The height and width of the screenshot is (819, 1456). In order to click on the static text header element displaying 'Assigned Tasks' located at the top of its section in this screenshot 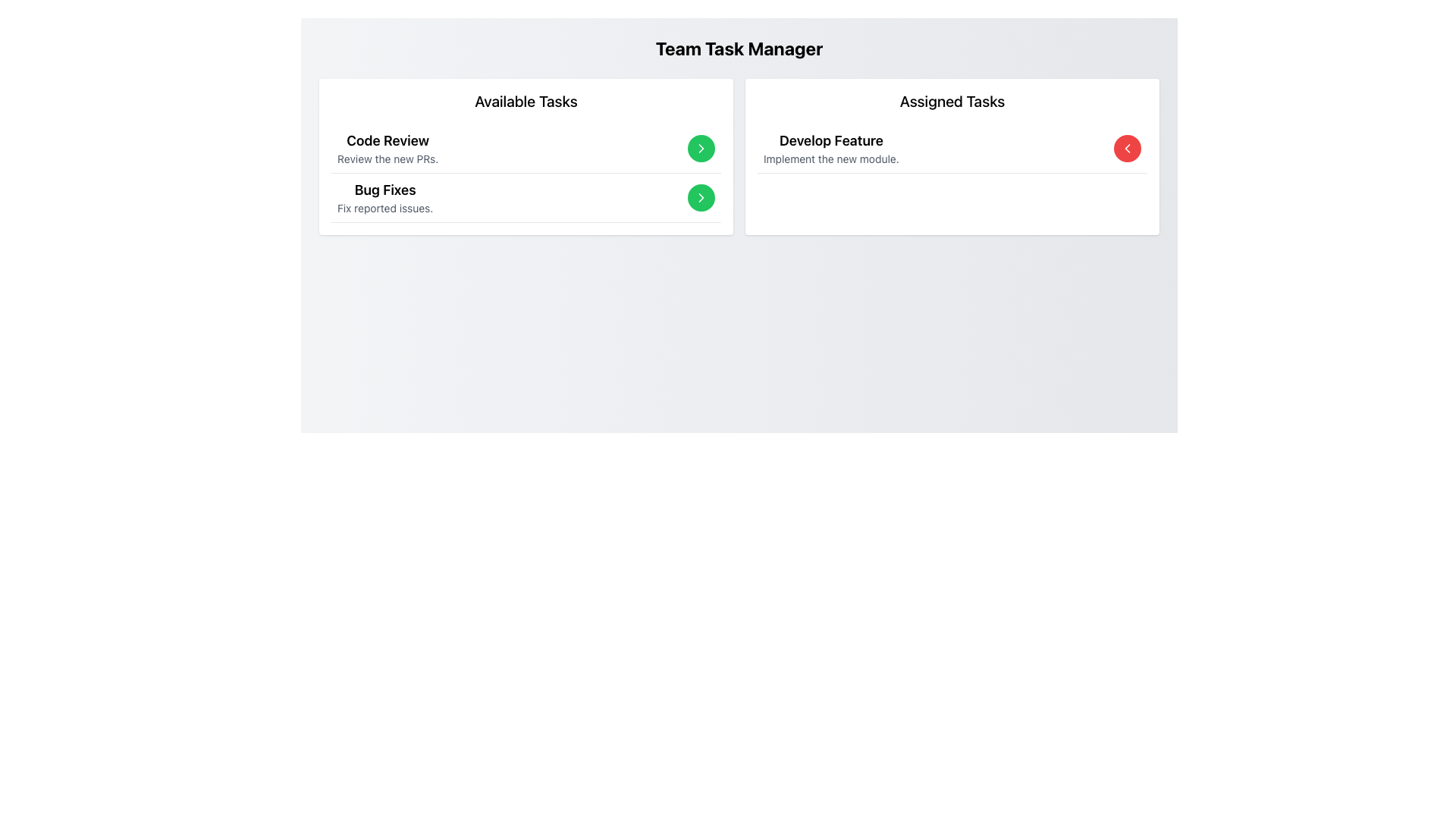, I will do `click(952, 102)`.